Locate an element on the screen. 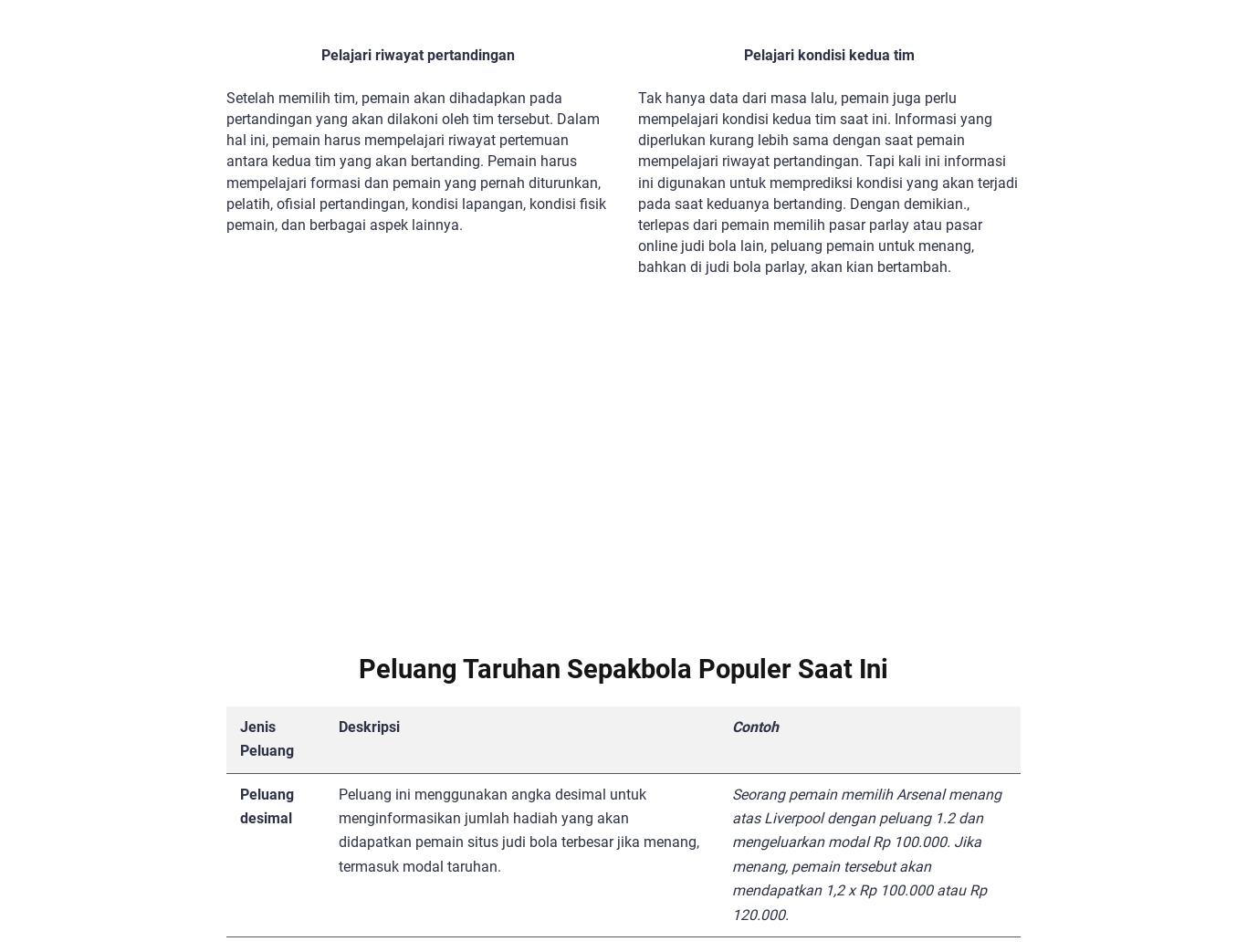 This screenshot has width=1247, height=952. 'Contoh' is located at coordinates (753, 725).